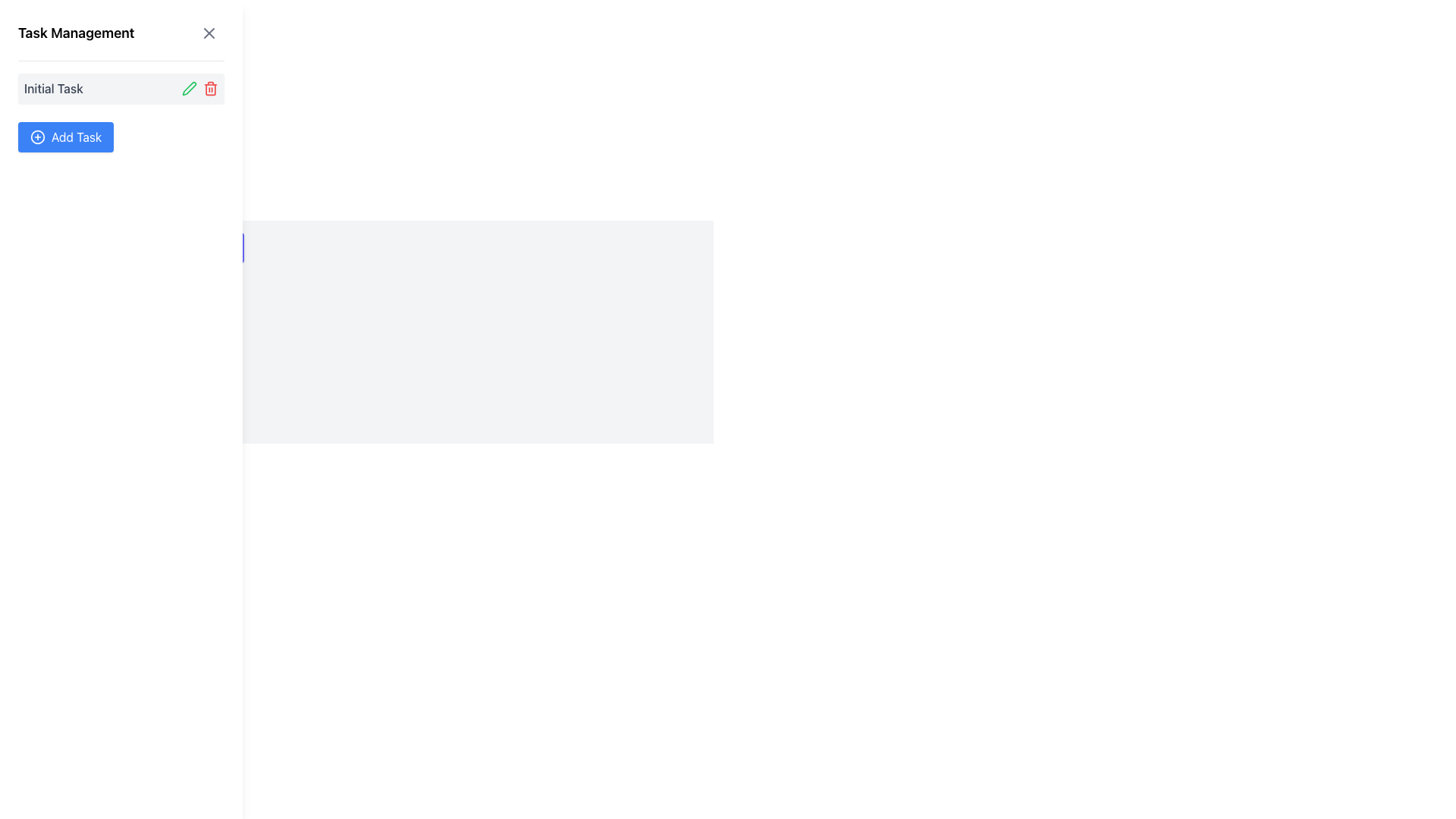 The height and width of the screenshot is (819, 1456). I want to click on the button located beneath 'Initial Task' in the task management panel to initiate adding a new task, so click(64, 137).